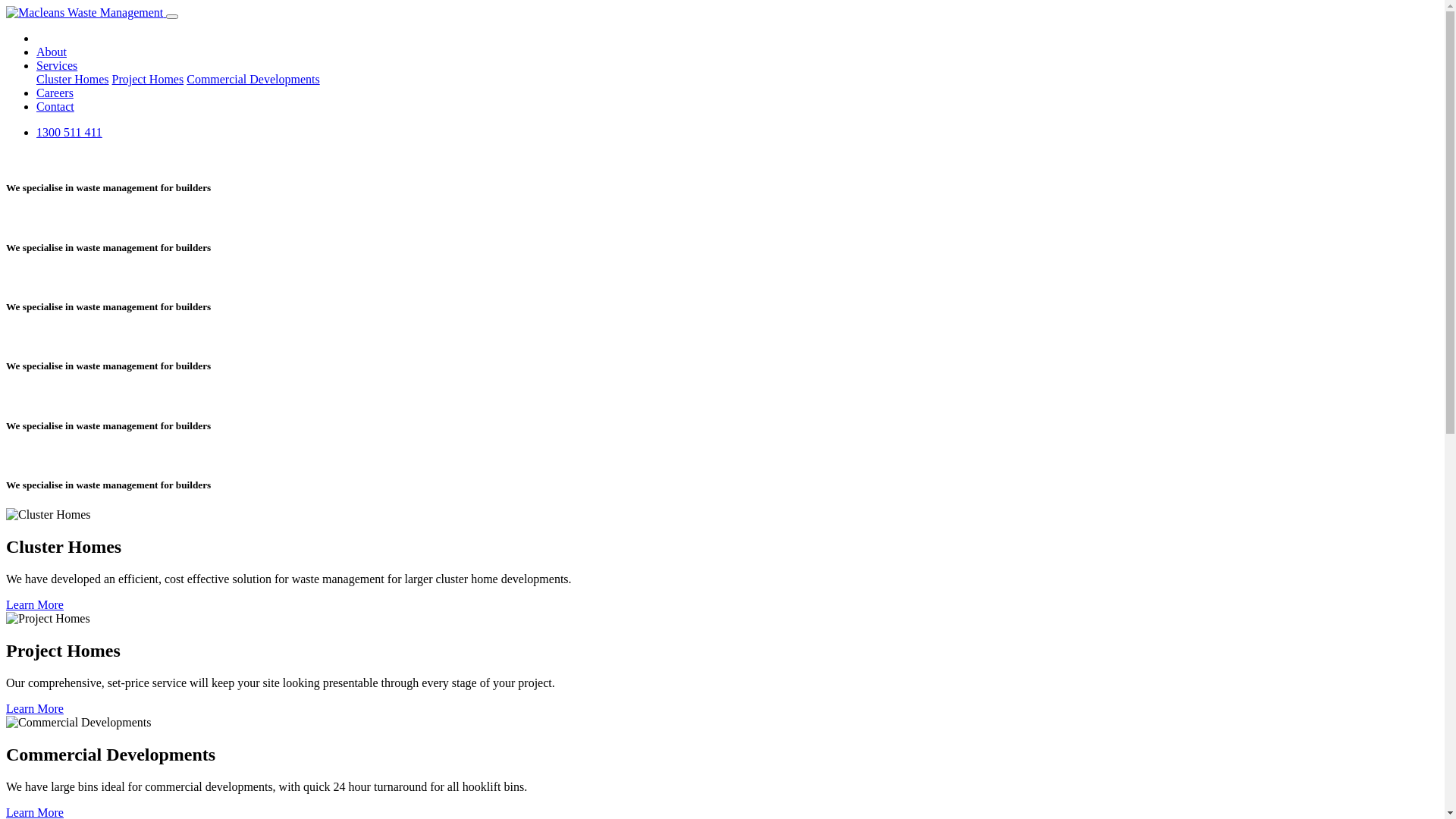 The image size is (1456, 819). What do you see at coordinates (35, 604) in the screenshot?
I see `'Learn More'` at bounding box center [35, 604].